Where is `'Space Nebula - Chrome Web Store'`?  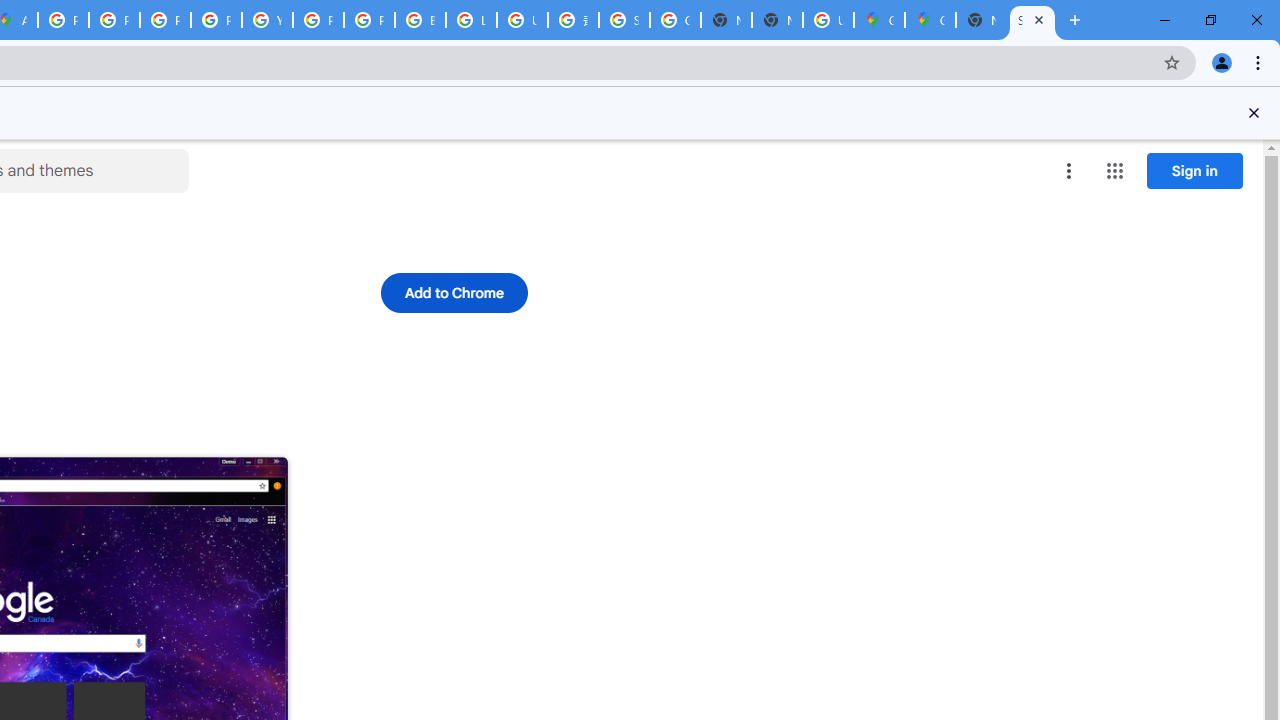
'Space Nebula - Chrome Web Store' is located at coordinates (1032, 20).